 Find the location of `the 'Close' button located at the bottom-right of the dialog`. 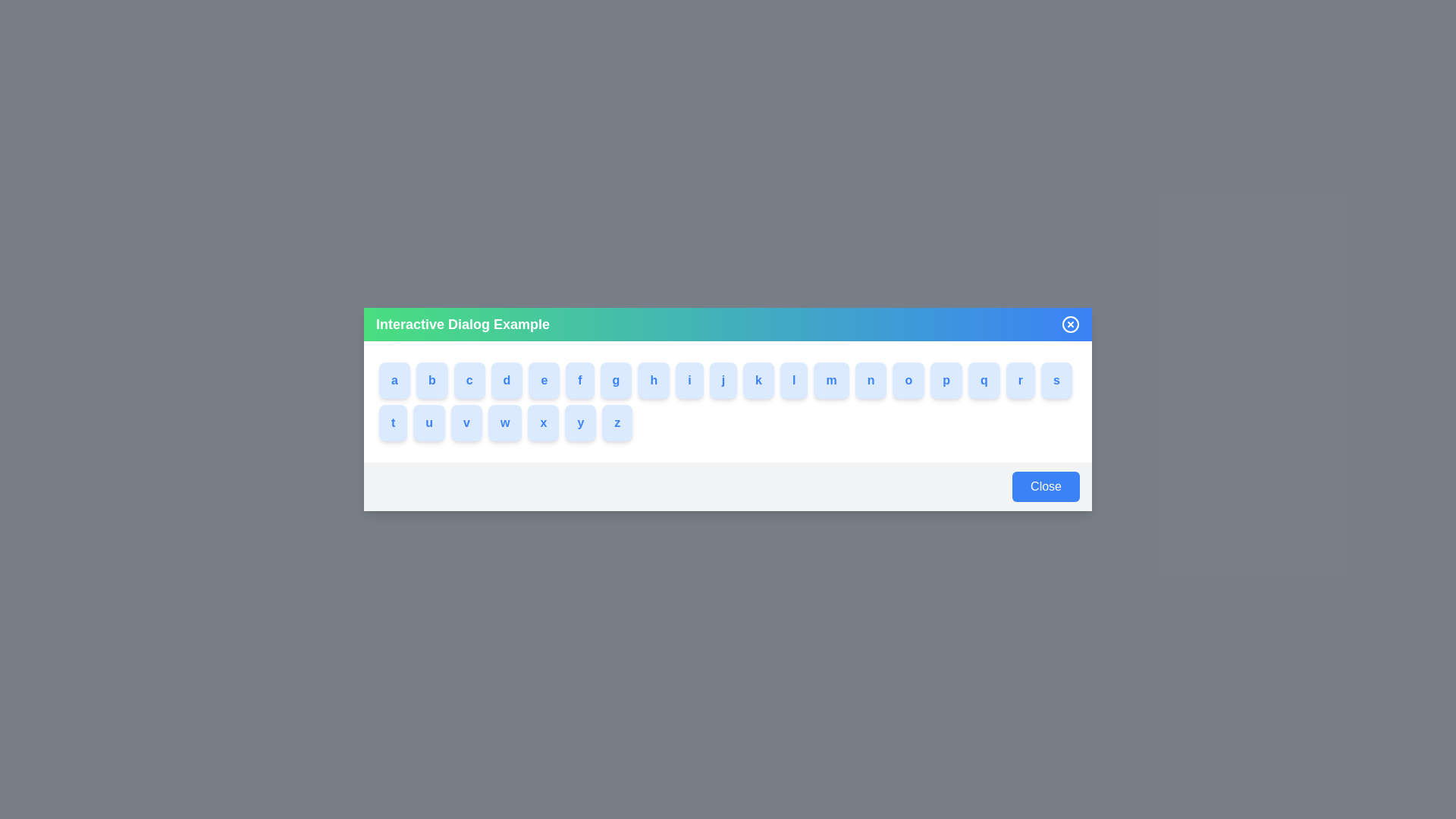

the 'Close' button located at the bottom-right of the dialog is located at coordinates (1045, 486).